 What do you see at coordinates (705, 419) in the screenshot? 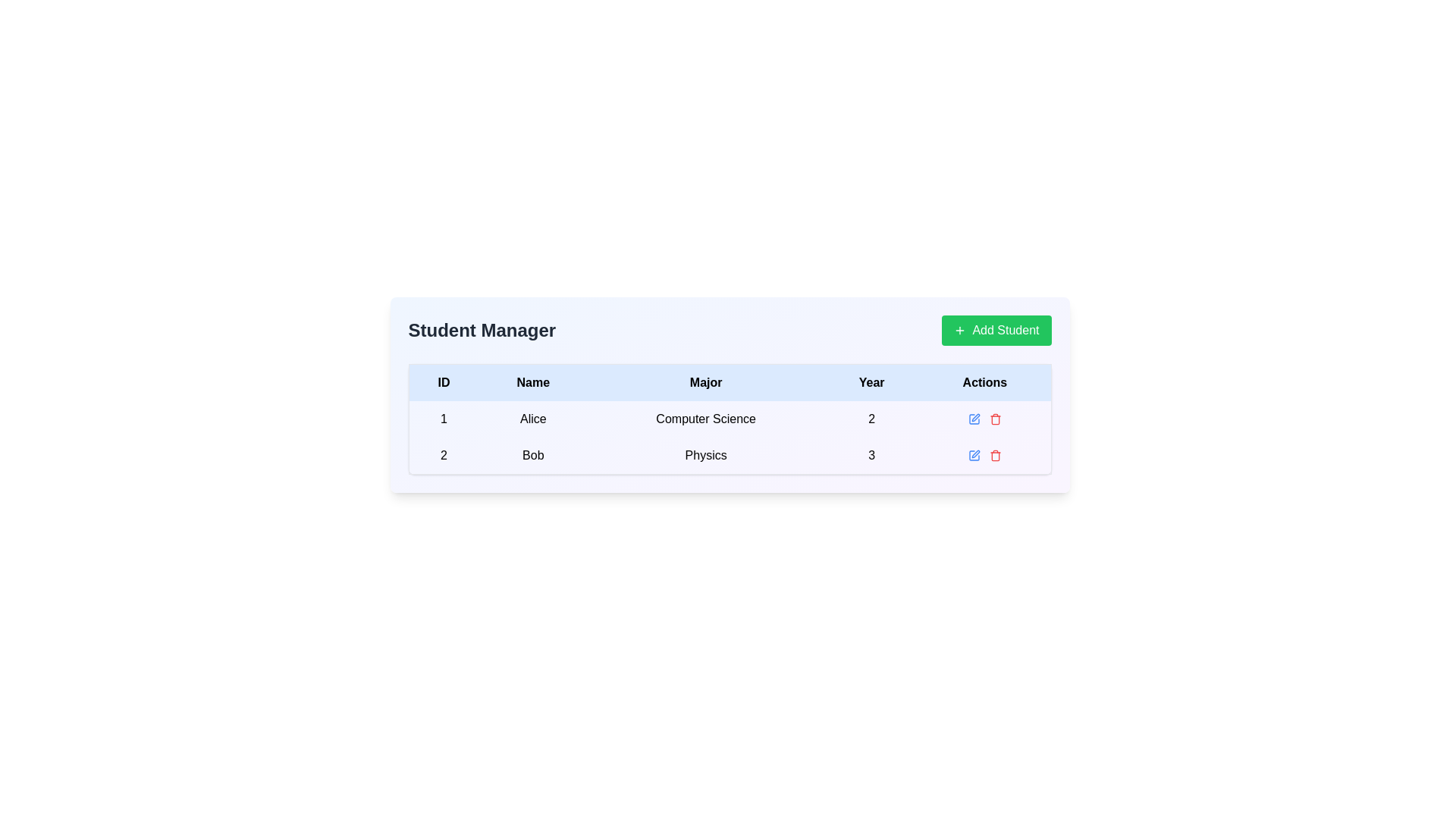
I see `the text label displaying 'Computer Science' in the third column of the first row of the table` at bounding box center [705, 419].